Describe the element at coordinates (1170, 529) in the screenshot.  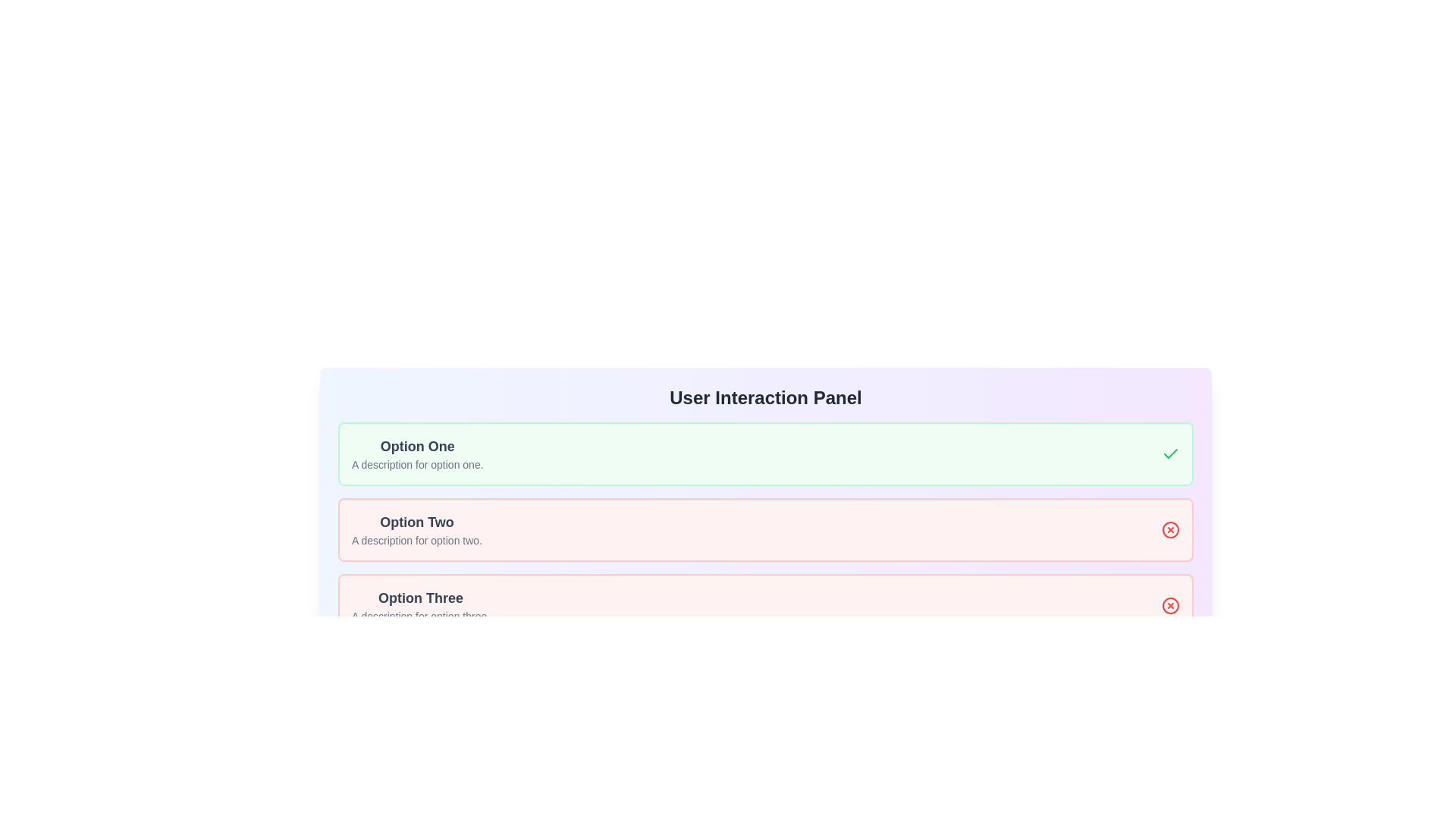
I see `the SVG circle element, which is part of an icon located in the second option of a panel, positioned towards the right side of the option box` at that location.